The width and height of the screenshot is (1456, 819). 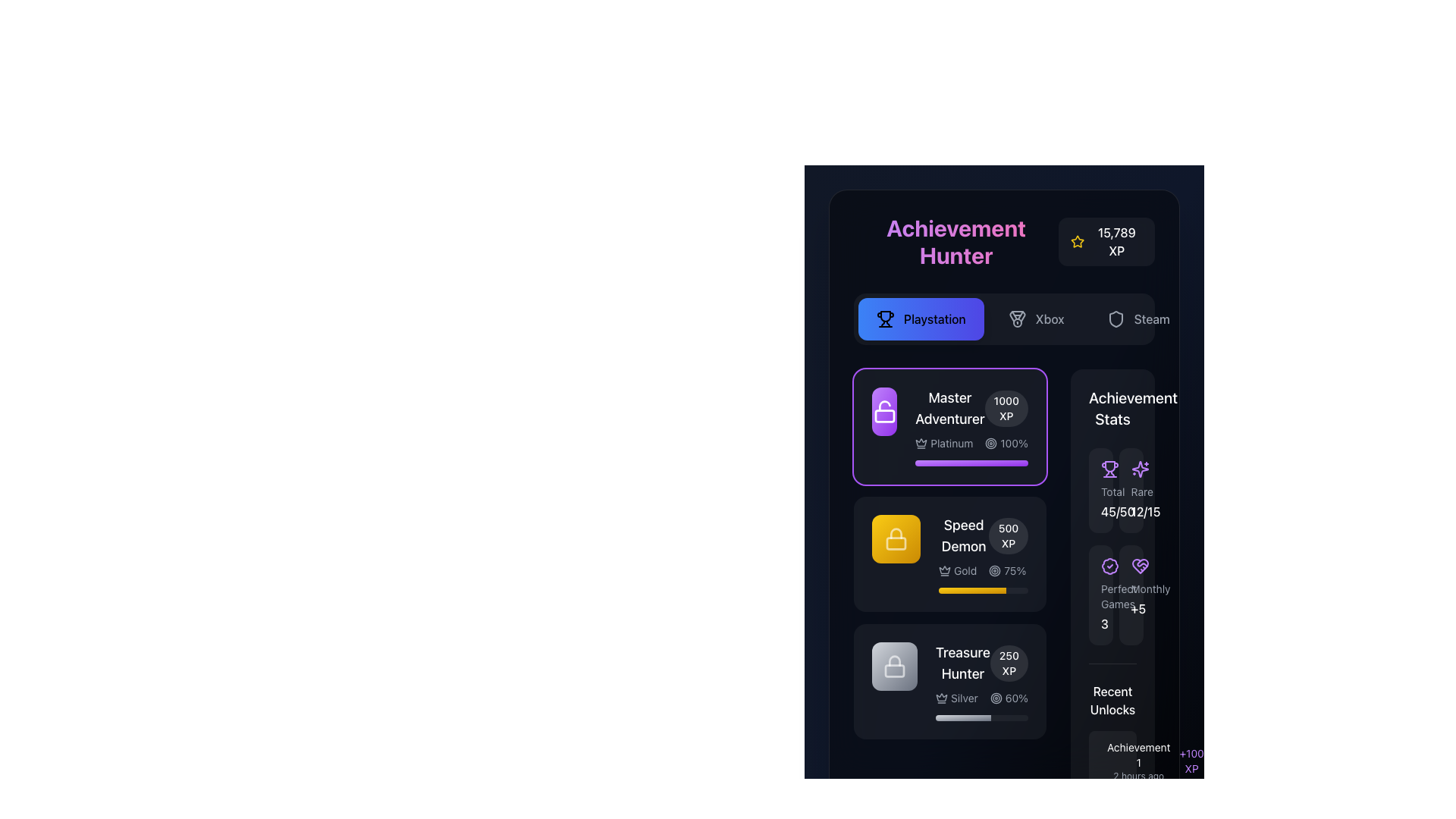 I want to click on the current progress level of the Progress bar located below the 'Master Adventurer' section, which visually represents the completion level of a task, so click(x=972, y=590).